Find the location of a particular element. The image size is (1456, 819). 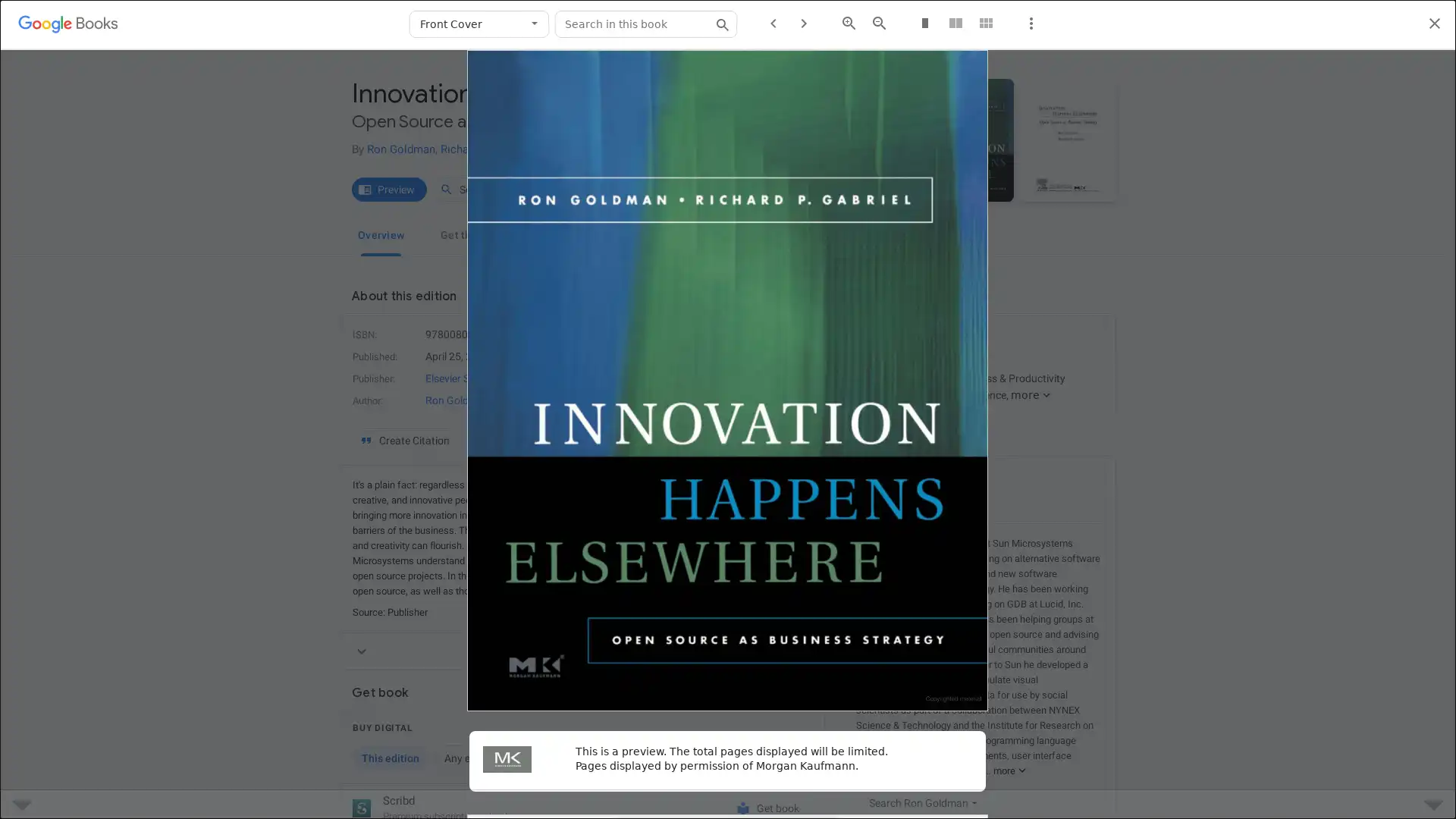

... more is located at coordinates (1006, 770).